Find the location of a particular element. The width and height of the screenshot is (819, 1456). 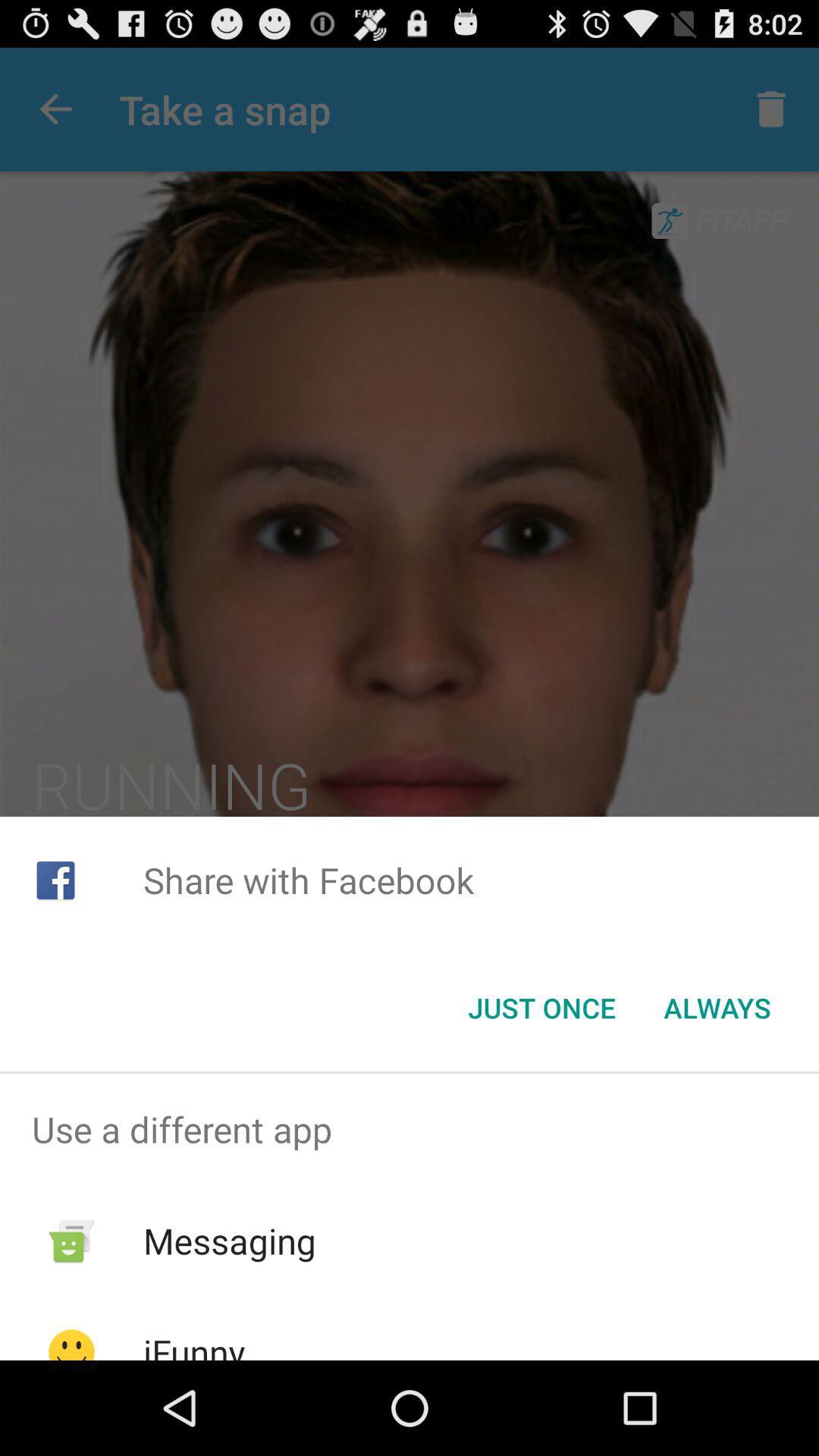

item at the bottom right corner is located at coordinates (717, 1008).